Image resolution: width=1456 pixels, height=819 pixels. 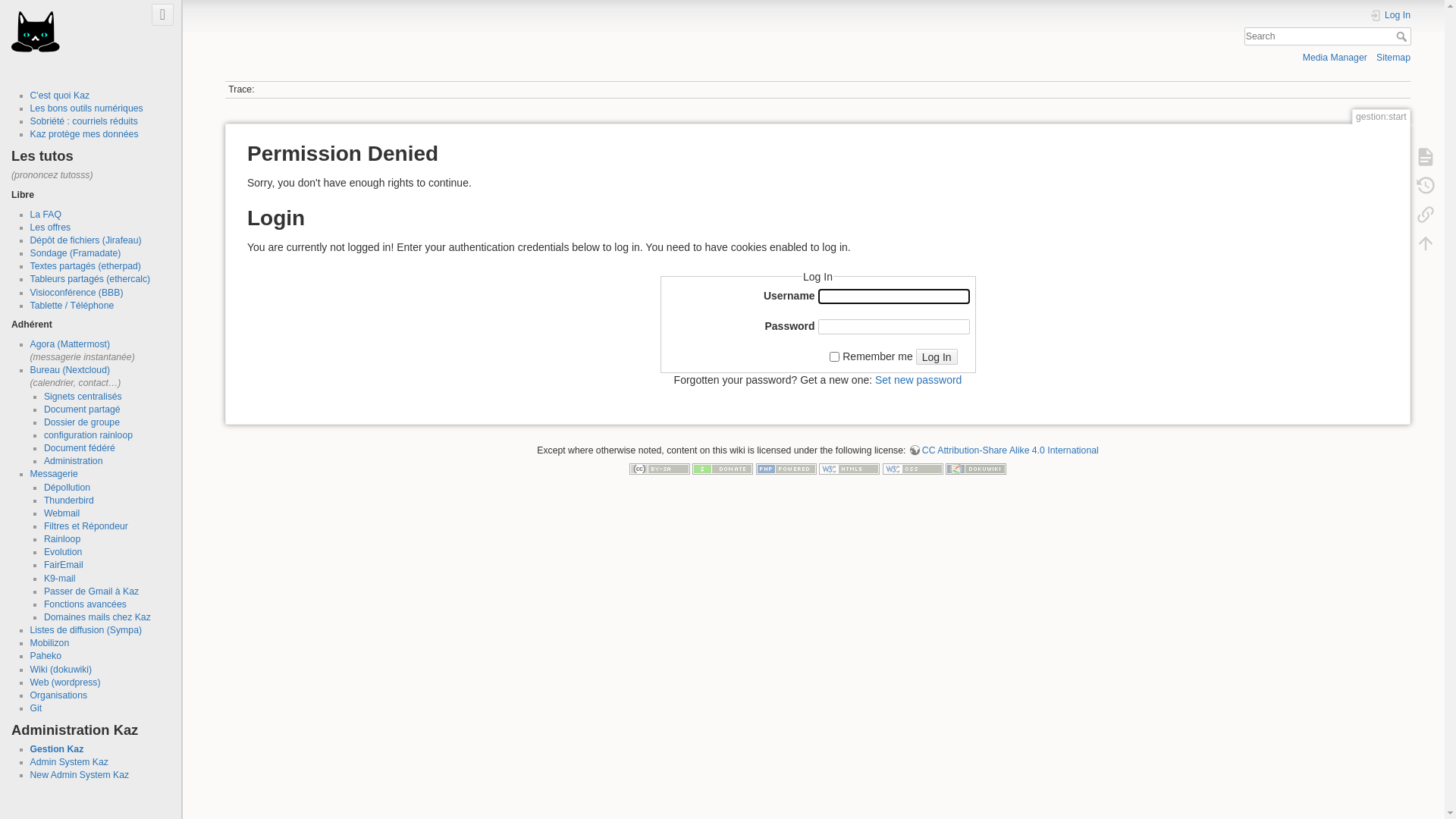 What do you see at coordinates (36, 708) in the screenshot?
I see `'Git'` at bounding box center [36, 708].